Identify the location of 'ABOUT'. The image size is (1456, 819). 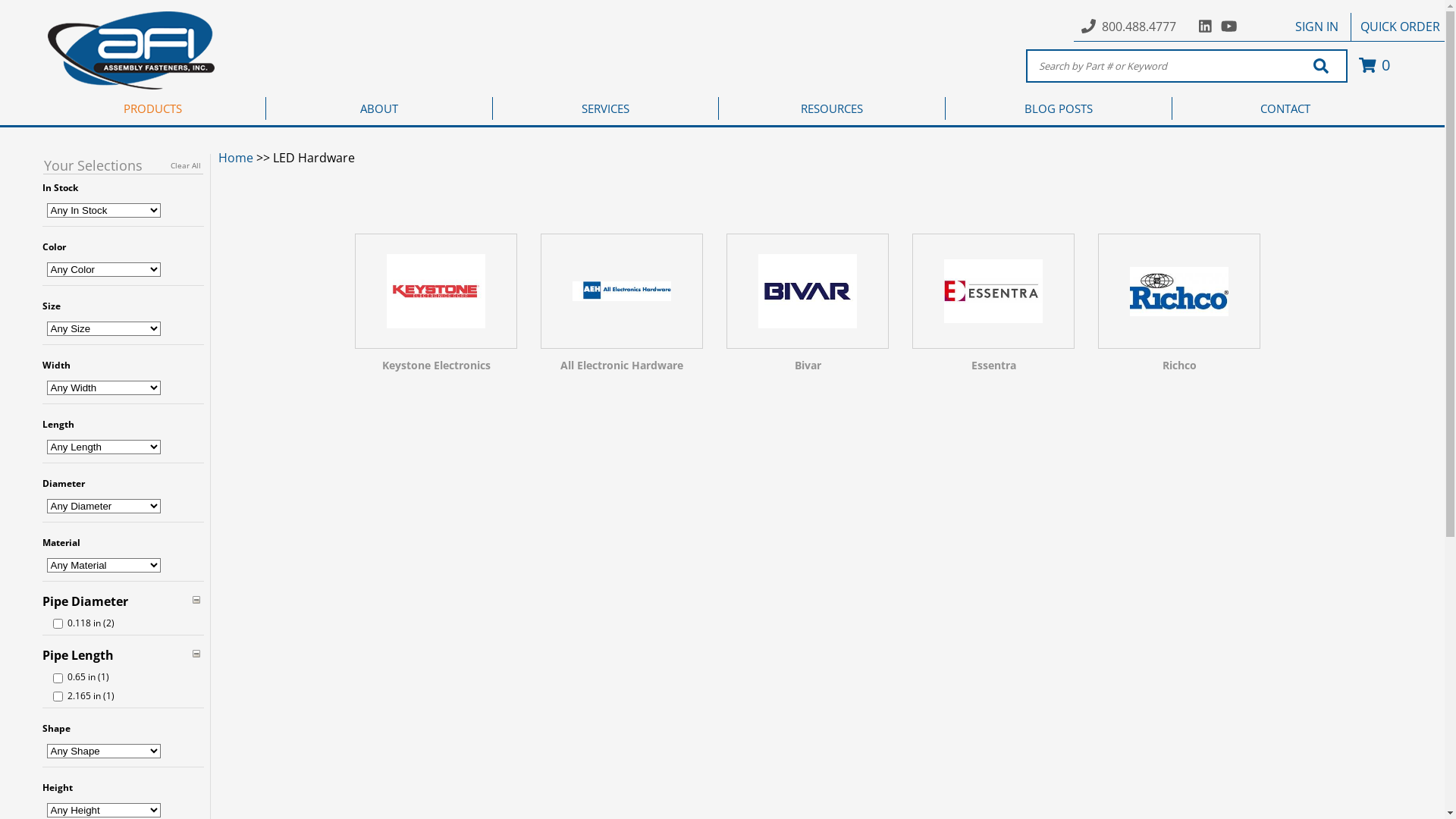
(379, 107).